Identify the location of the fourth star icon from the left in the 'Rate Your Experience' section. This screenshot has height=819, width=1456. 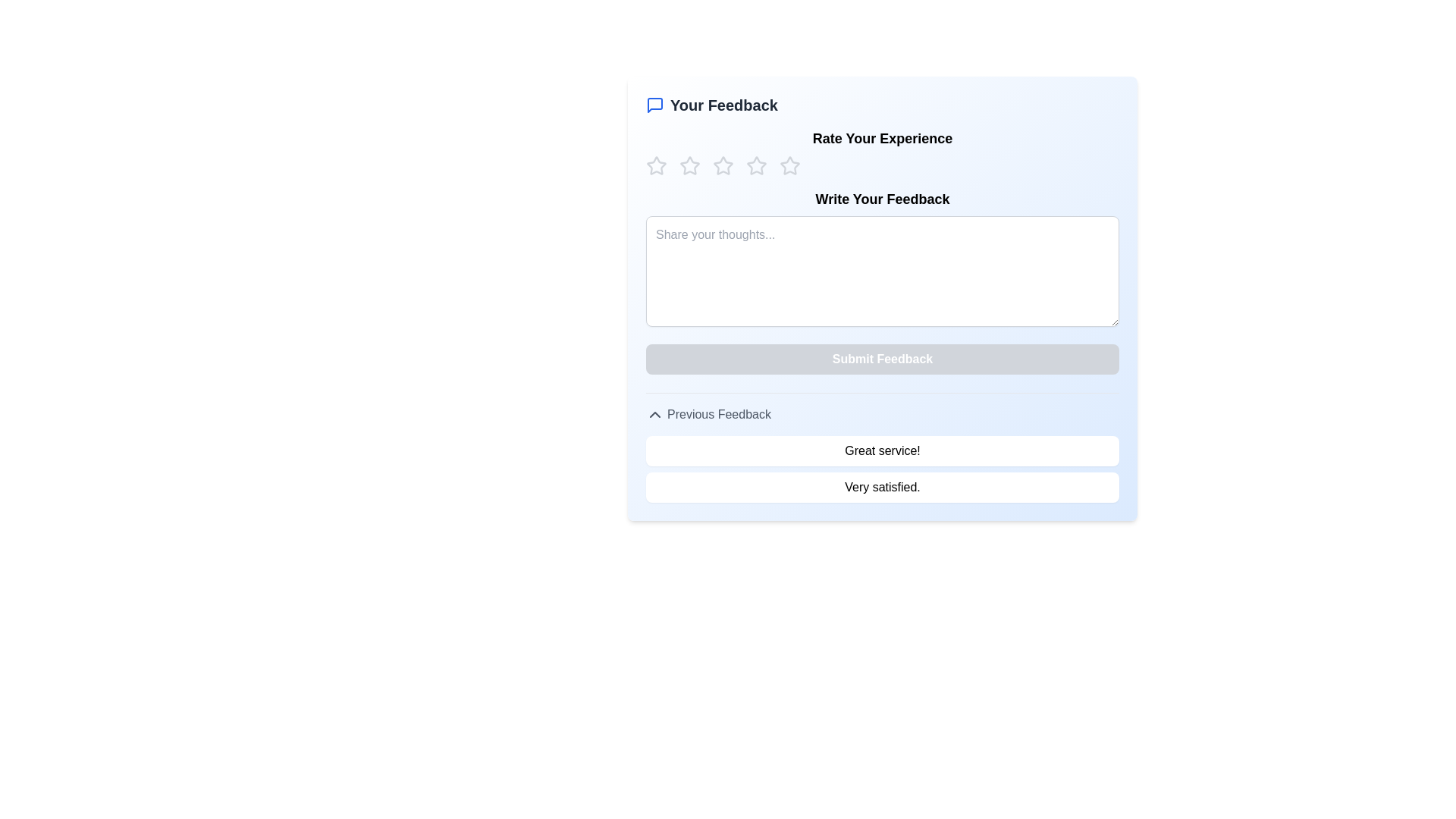
(789, 165).